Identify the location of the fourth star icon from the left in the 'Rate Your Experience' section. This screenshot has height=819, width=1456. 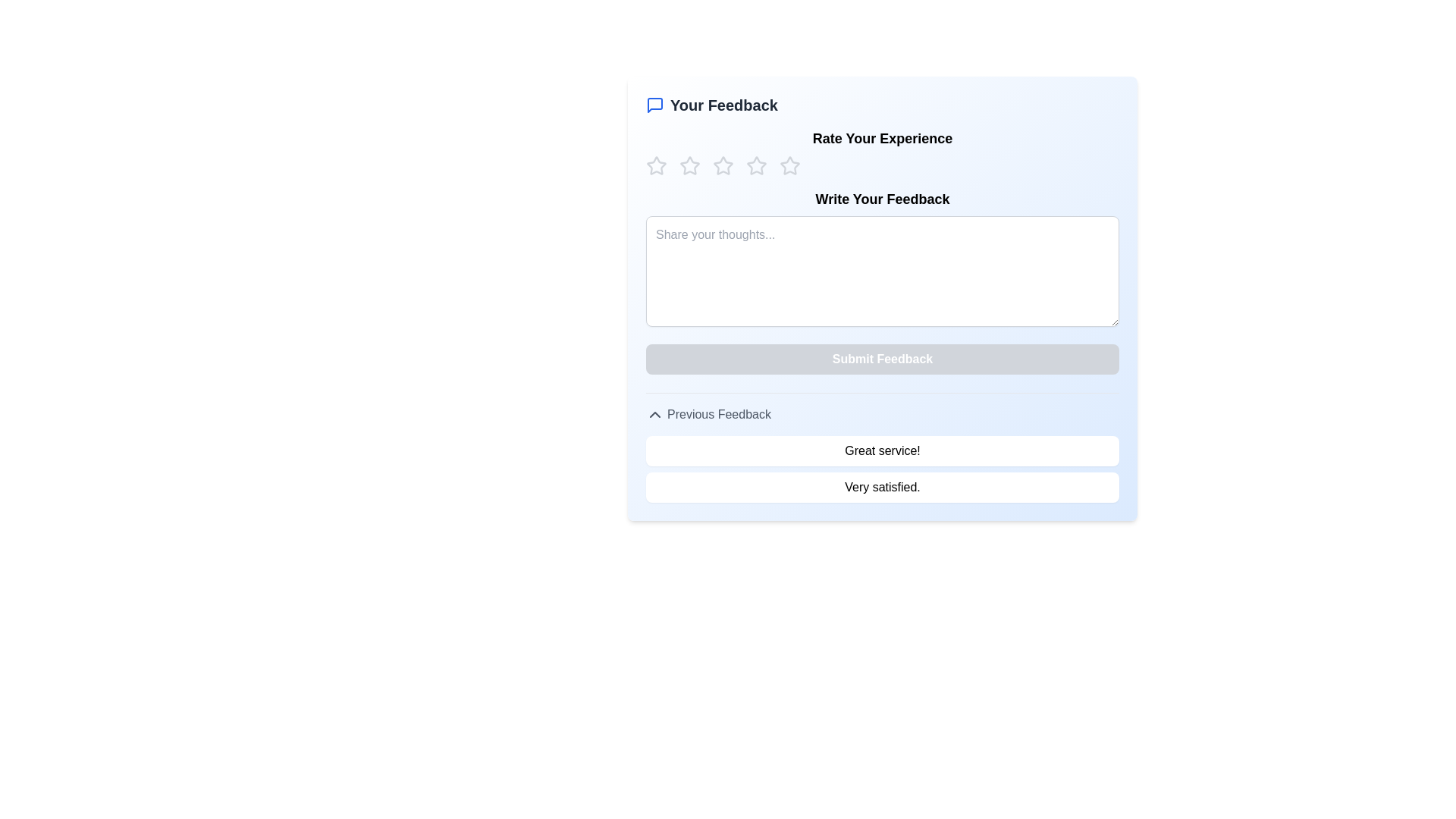
(789, 165).